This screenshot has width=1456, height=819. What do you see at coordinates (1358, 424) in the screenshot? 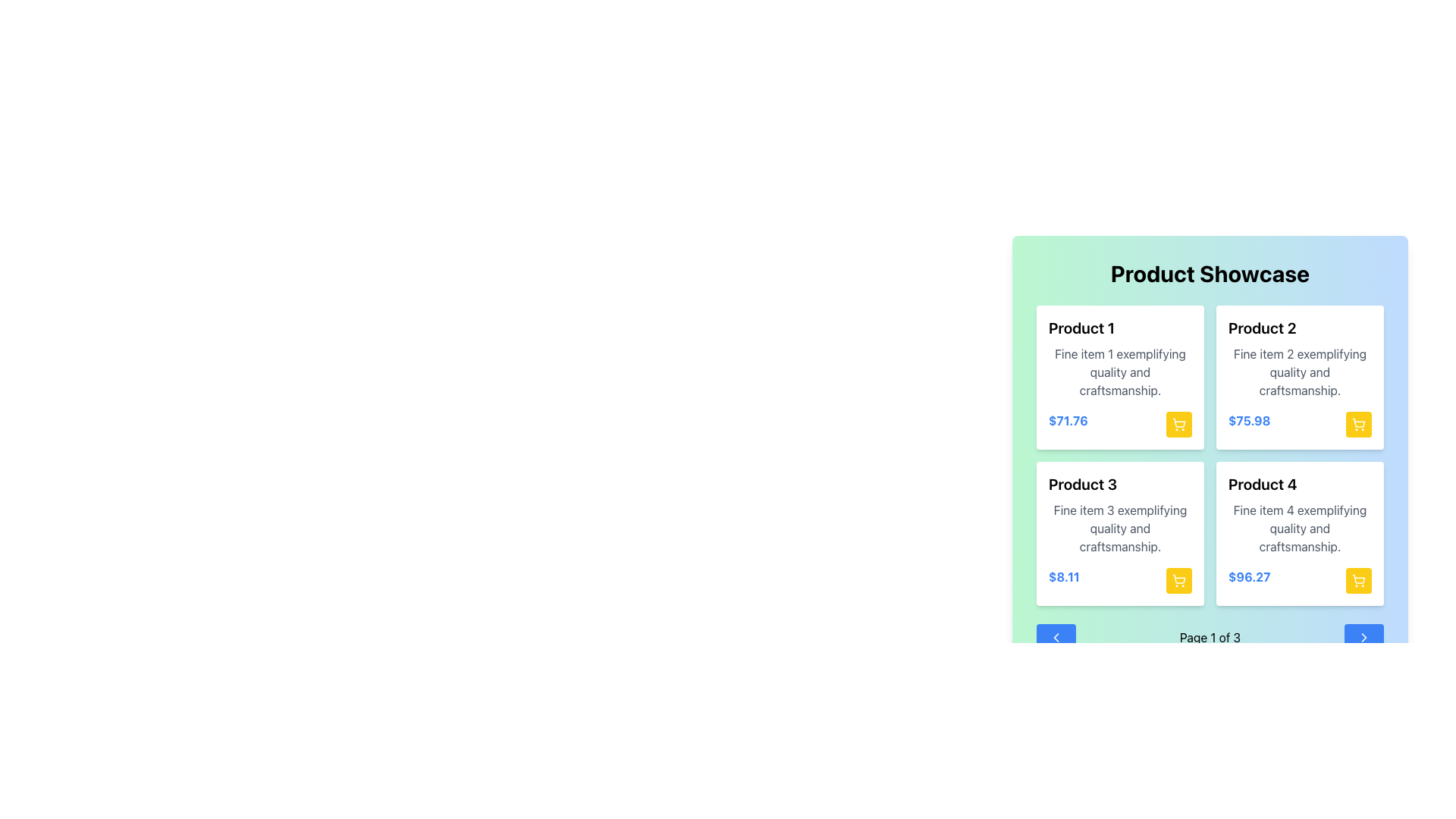
I see `the shopping cart icon with a yellow background in the bottom-right corner of the second product card` at bounding box center [1358, 424].